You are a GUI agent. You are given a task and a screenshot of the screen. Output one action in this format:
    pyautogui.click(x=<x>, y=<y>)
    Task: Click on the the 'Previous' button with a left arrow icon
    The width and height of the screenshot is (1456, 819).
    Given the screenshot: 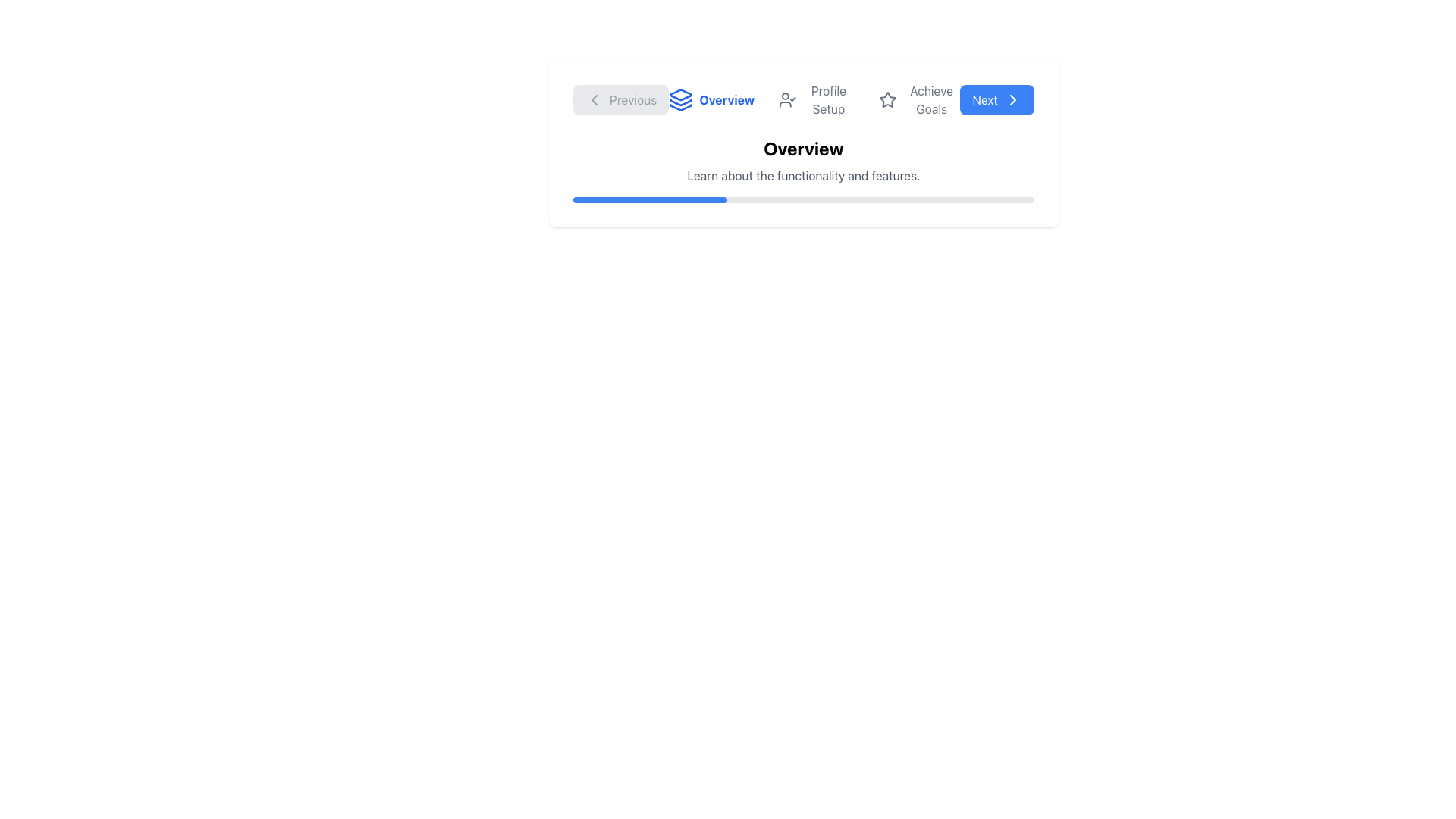 What is the action you would take?
    pyautogui.click(x=621, y=99)
    